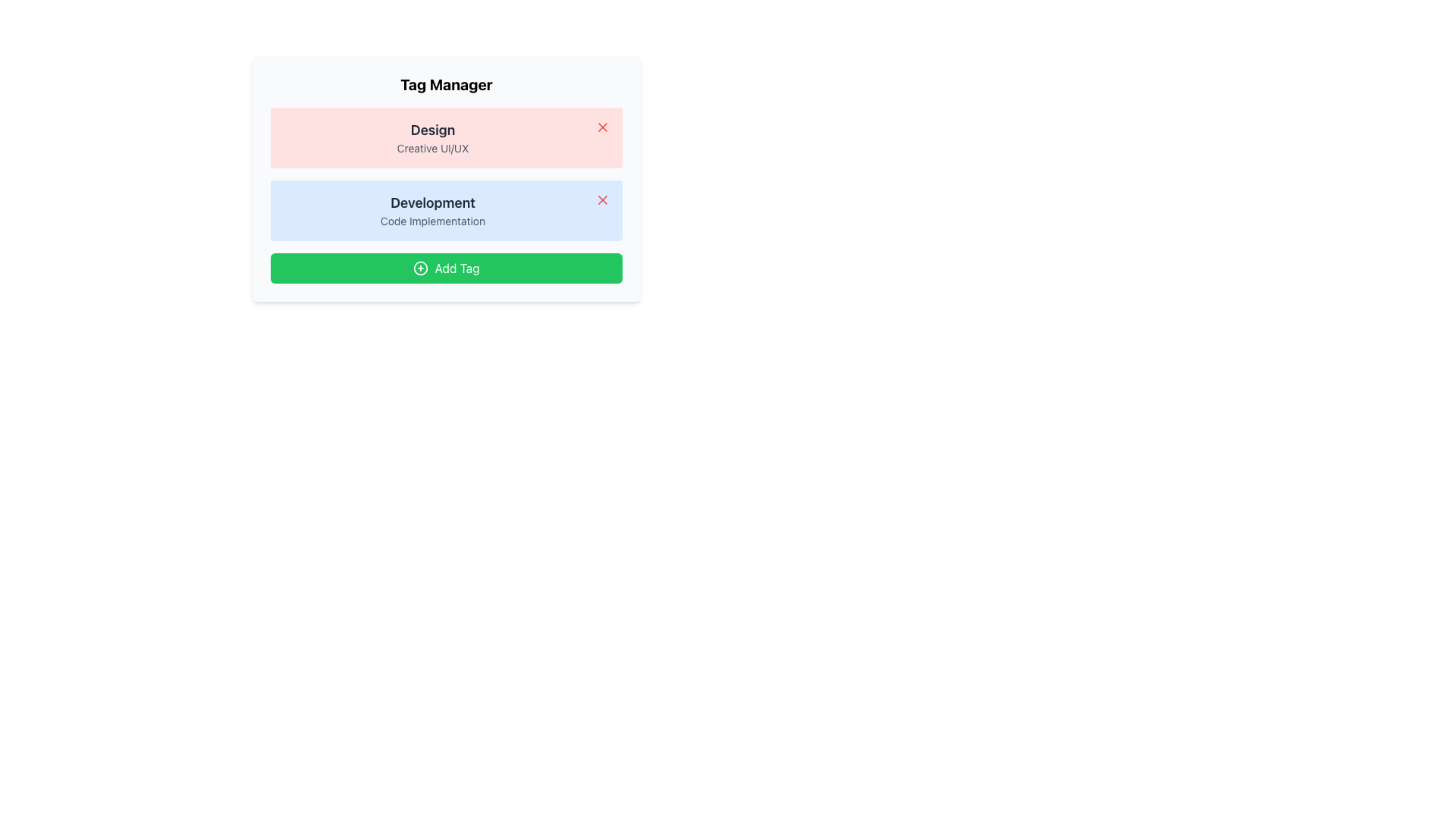  I want to click on the 'Development' tag item, so click(446, 210).